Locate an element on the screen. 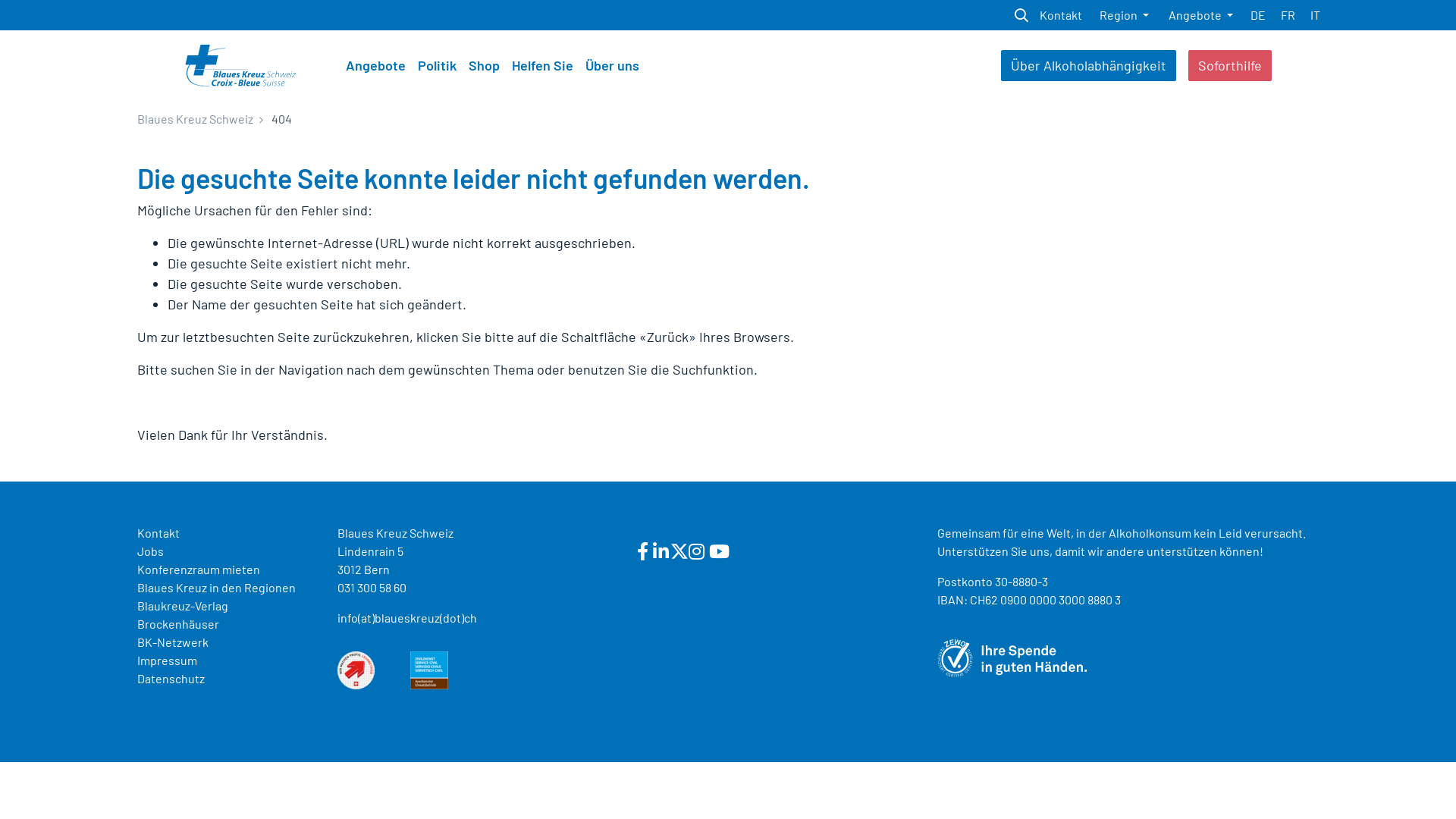  'Postkonto 30-8880-3 is located at coordinates (1029, 589).